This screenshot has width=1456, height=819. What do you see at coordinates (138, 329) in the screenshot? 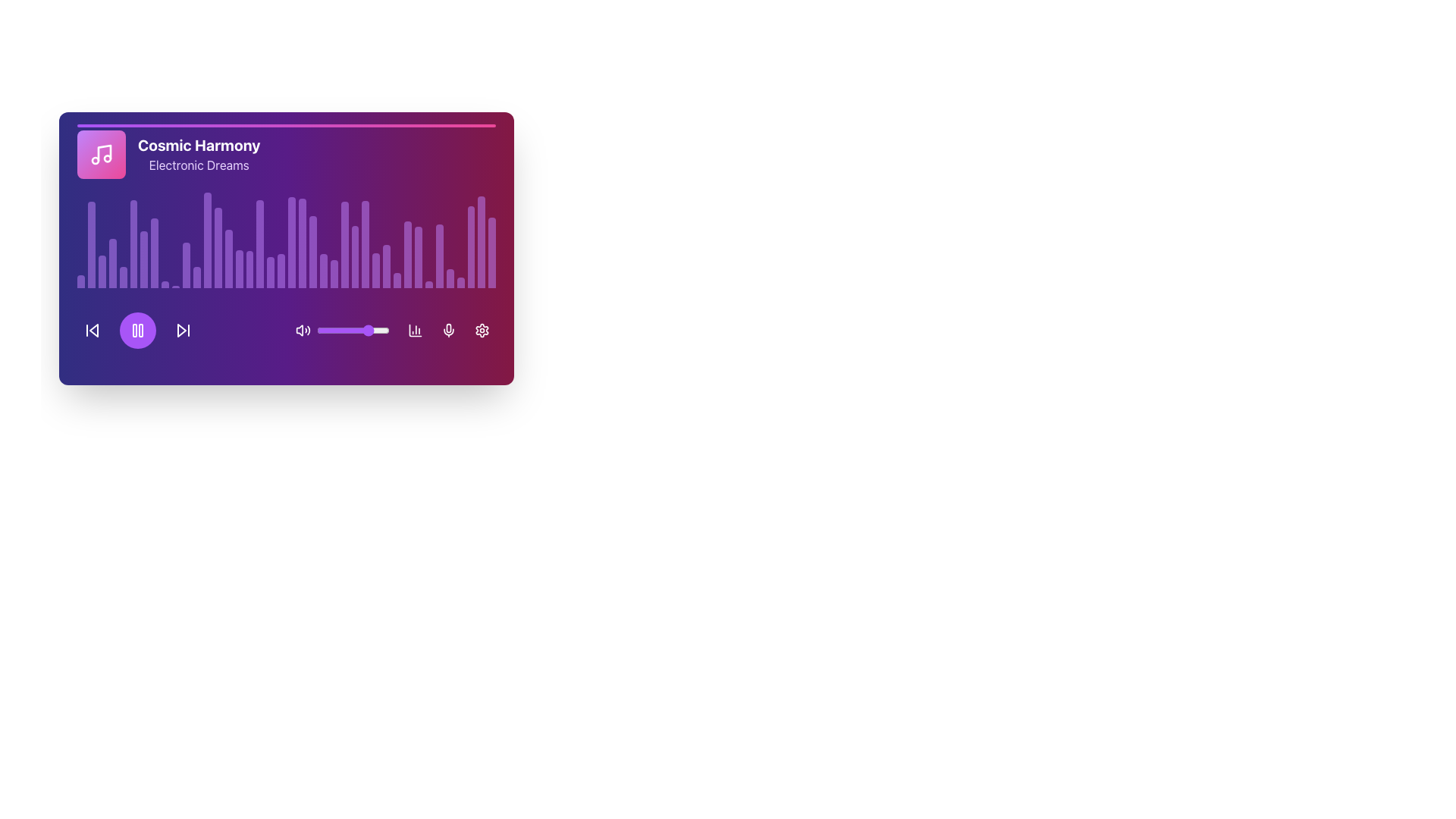
I see `the pause button in the media control panel` at bounding box center [138, 329].